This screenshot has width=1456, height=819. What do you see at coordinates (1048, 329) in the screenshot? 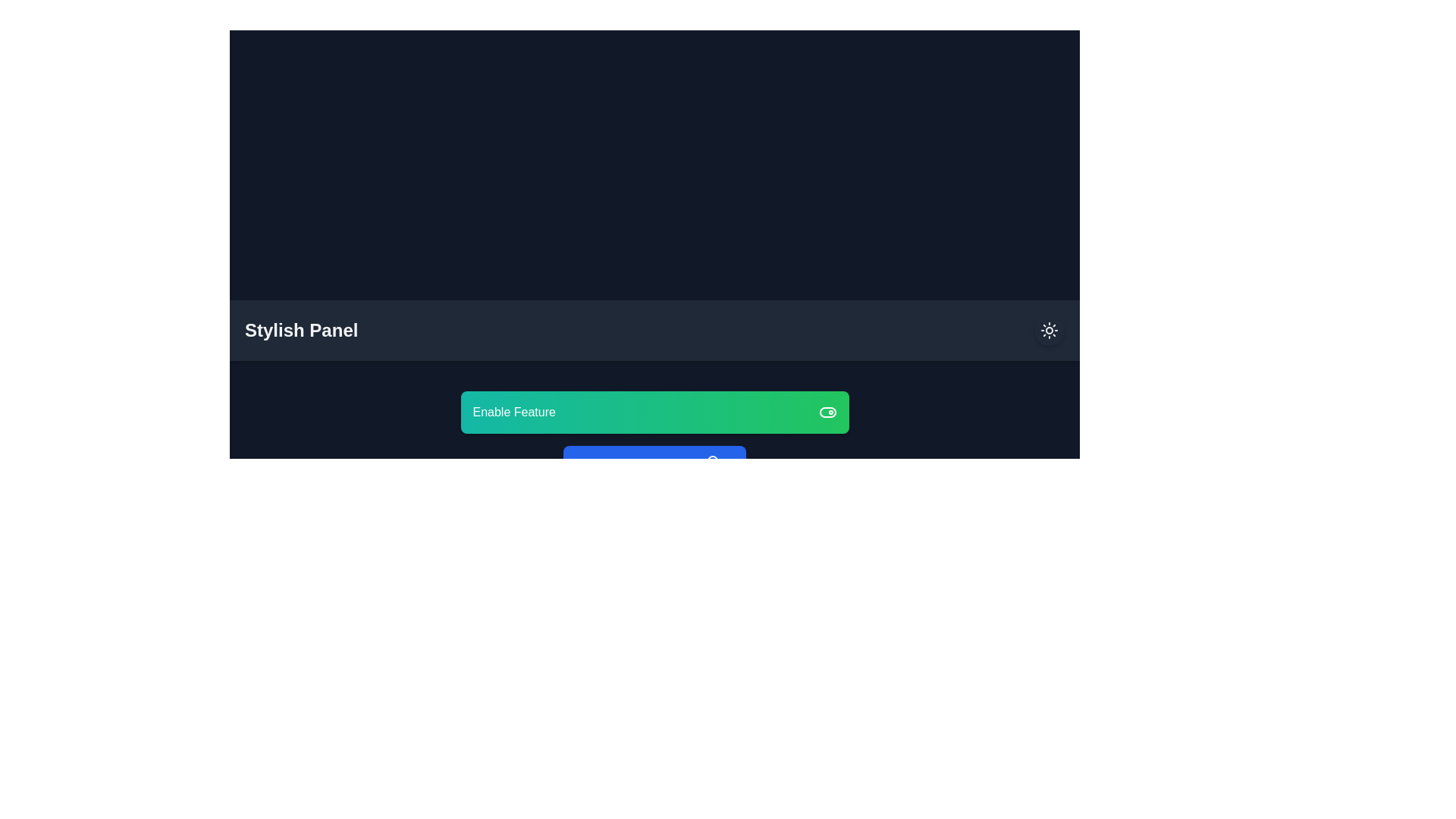
I see `the sun icon located at the top-right corner of the dark overlay panel` at bounding box center [1048, 329].